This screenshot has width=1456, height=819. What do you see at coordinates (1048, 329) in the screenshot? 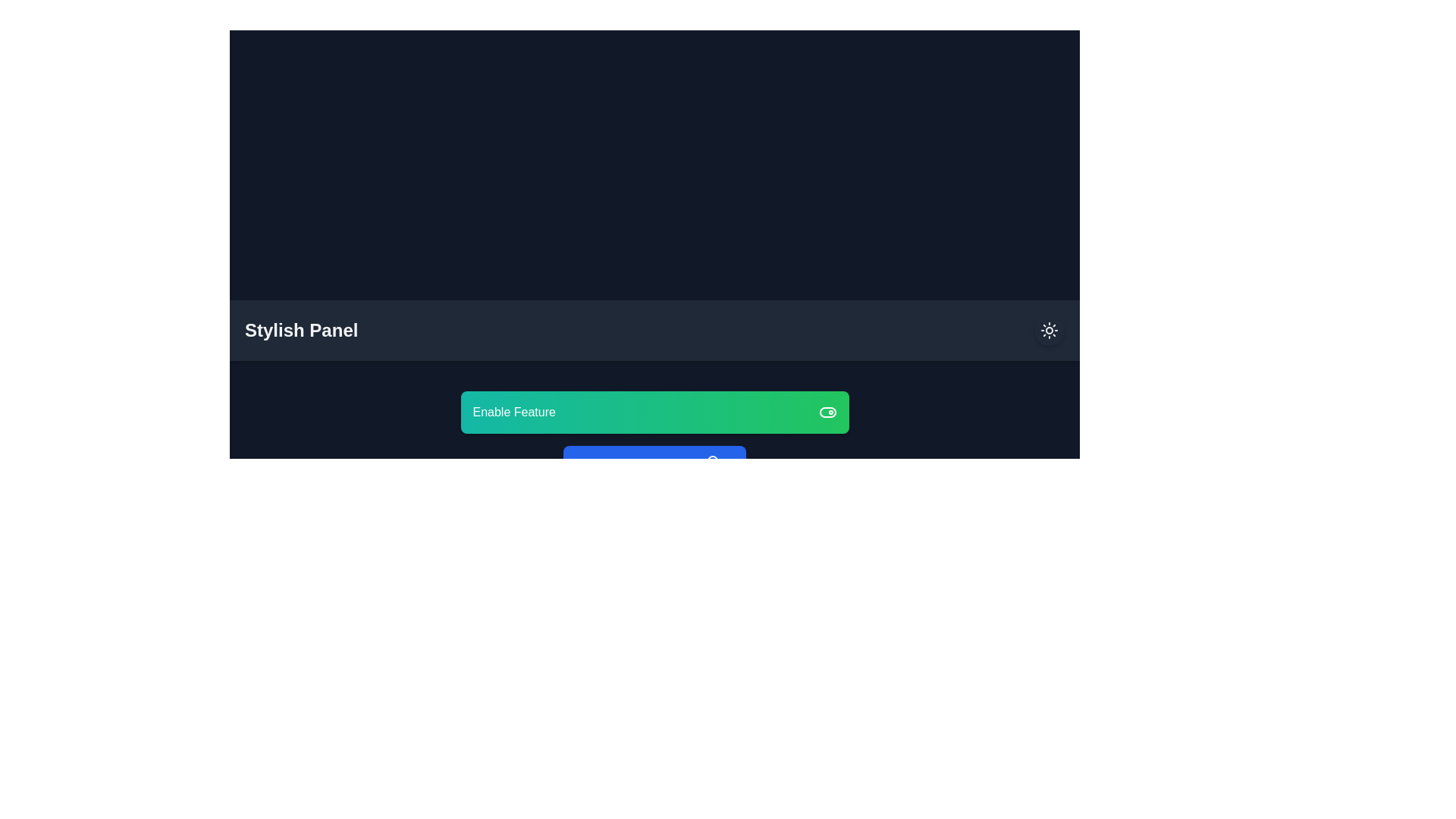
I see `the sun icon located at the top-right corner of the dark overlay panel` at bounding box center [1048, 329].